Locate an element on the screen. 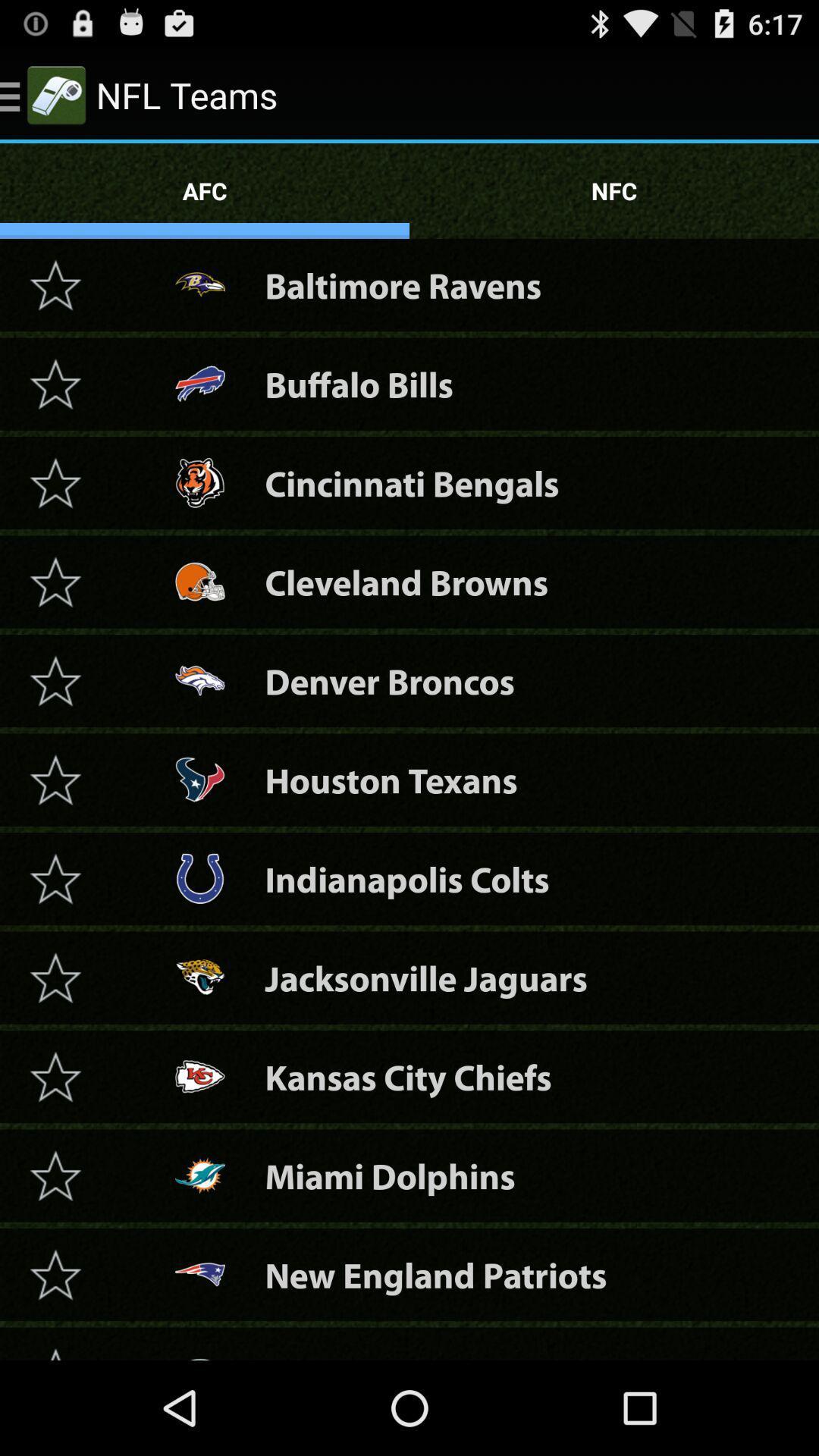 Image resolution: width=819 pixels, height=1456 pixels. item above kansas city chiefs icon is located at coordinates (426, 977).